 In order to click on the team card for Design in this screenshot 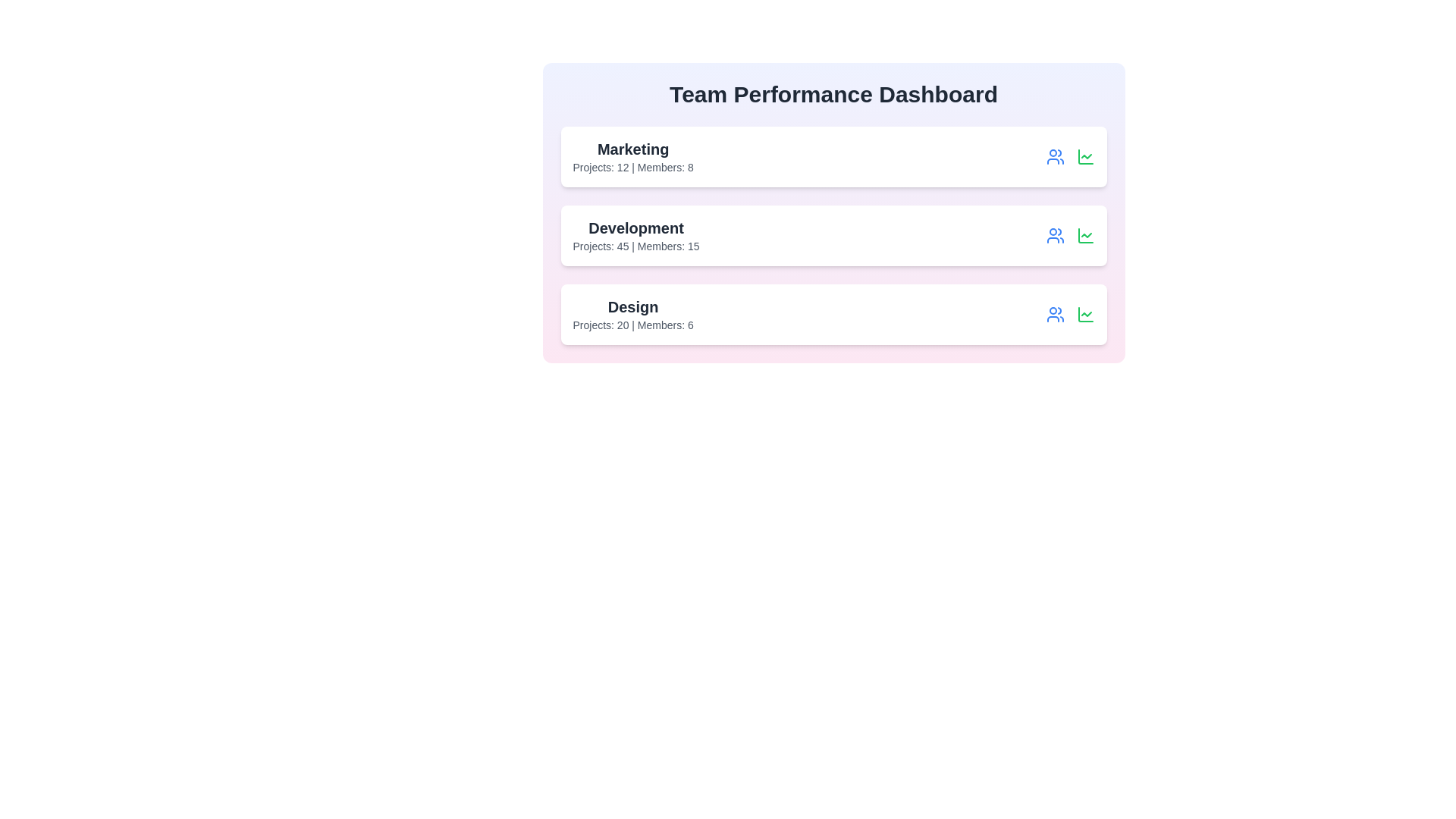, I will do `click(833, 314)`.